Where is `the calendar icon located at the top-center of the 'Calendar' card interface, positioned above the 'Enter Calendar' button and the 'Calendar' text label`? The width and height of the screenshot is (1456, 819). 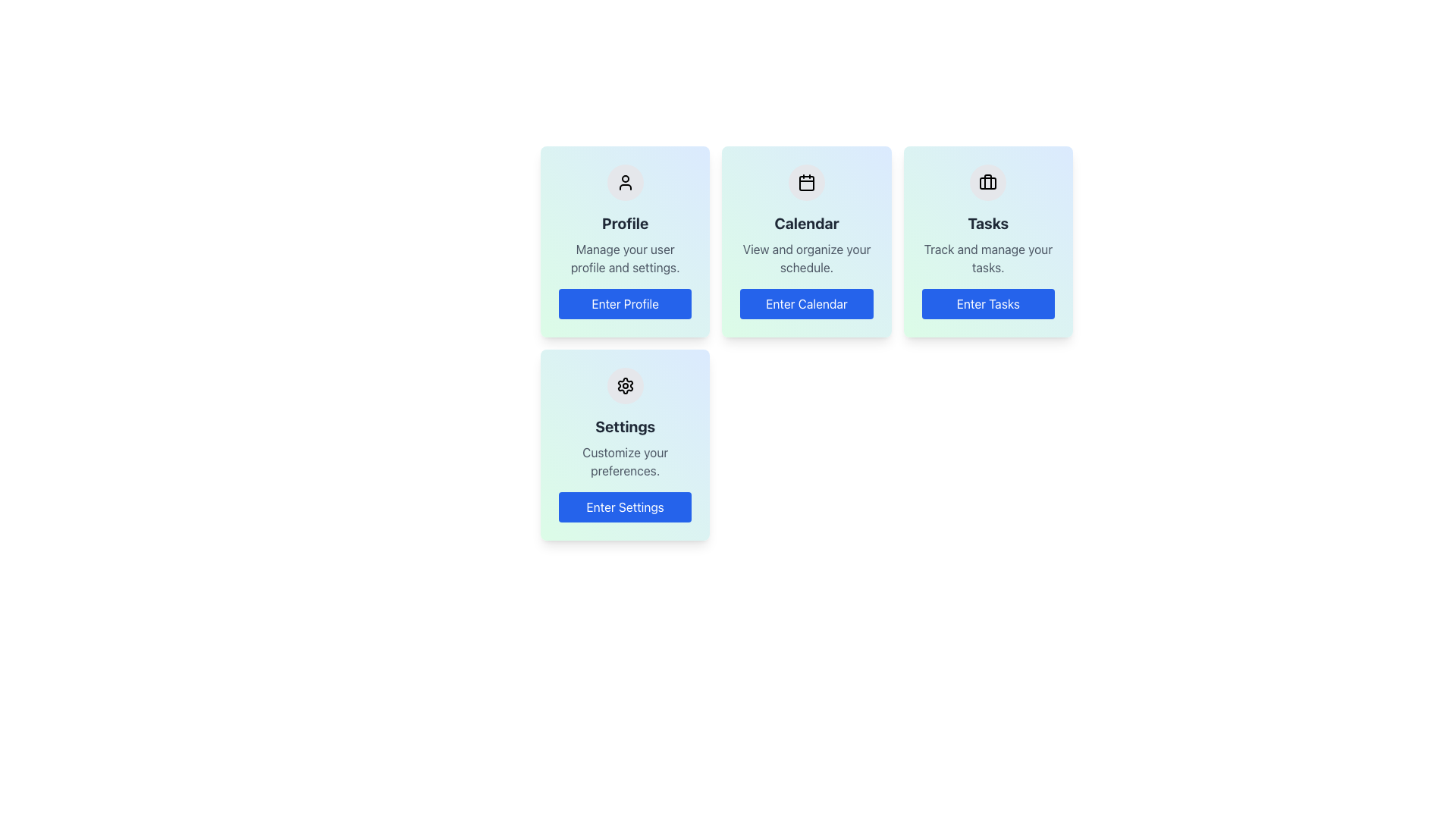
the calendar icon located at the top-center of the 'Calendar' card interface, positioned above the 'Enter Calendar' button and the 'Calendar' text label is located at coordinates (806, 181).